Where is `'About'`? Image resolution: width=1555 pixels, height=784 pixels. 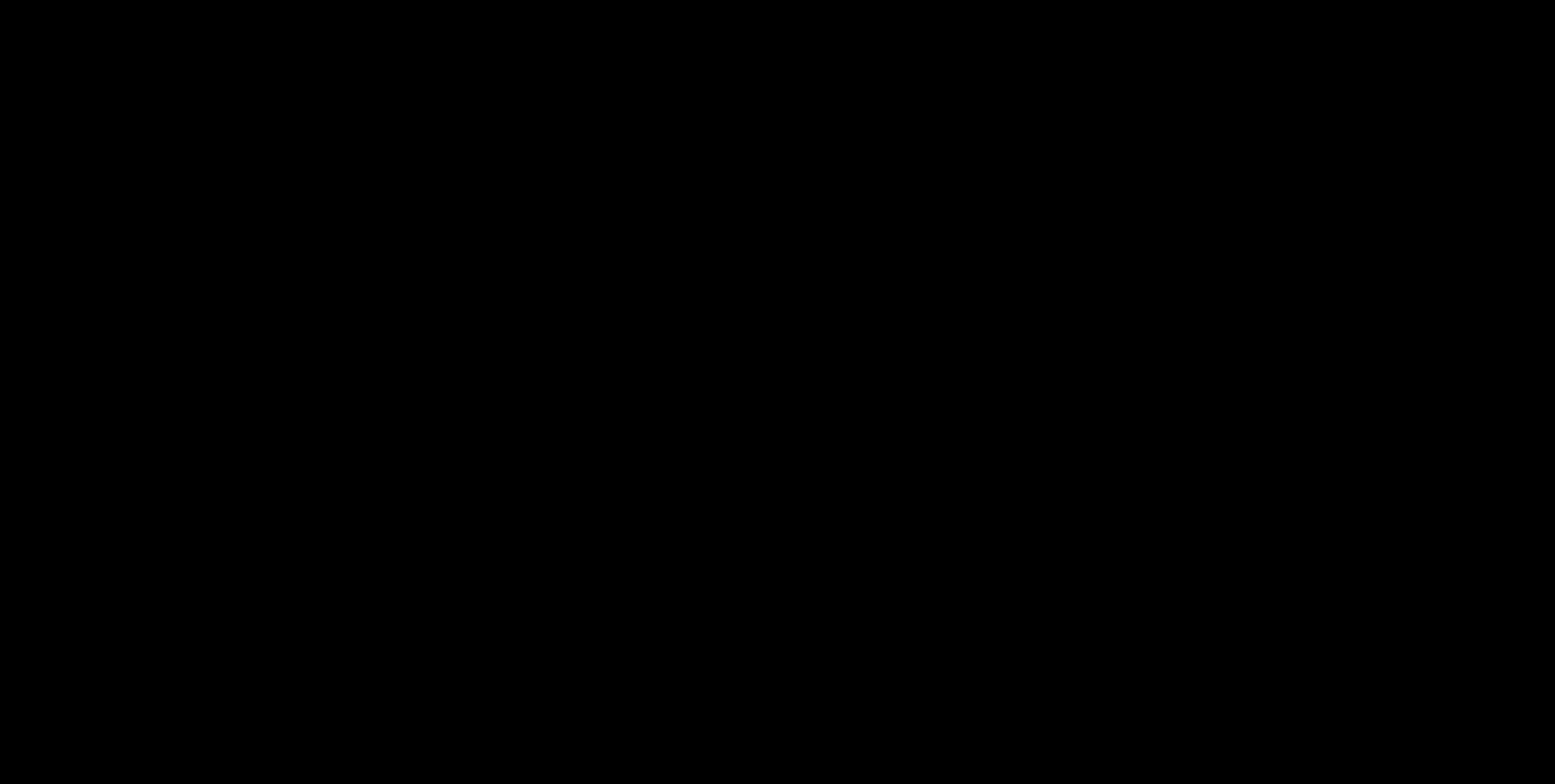
'About' is located at coordinates (1305, 51).